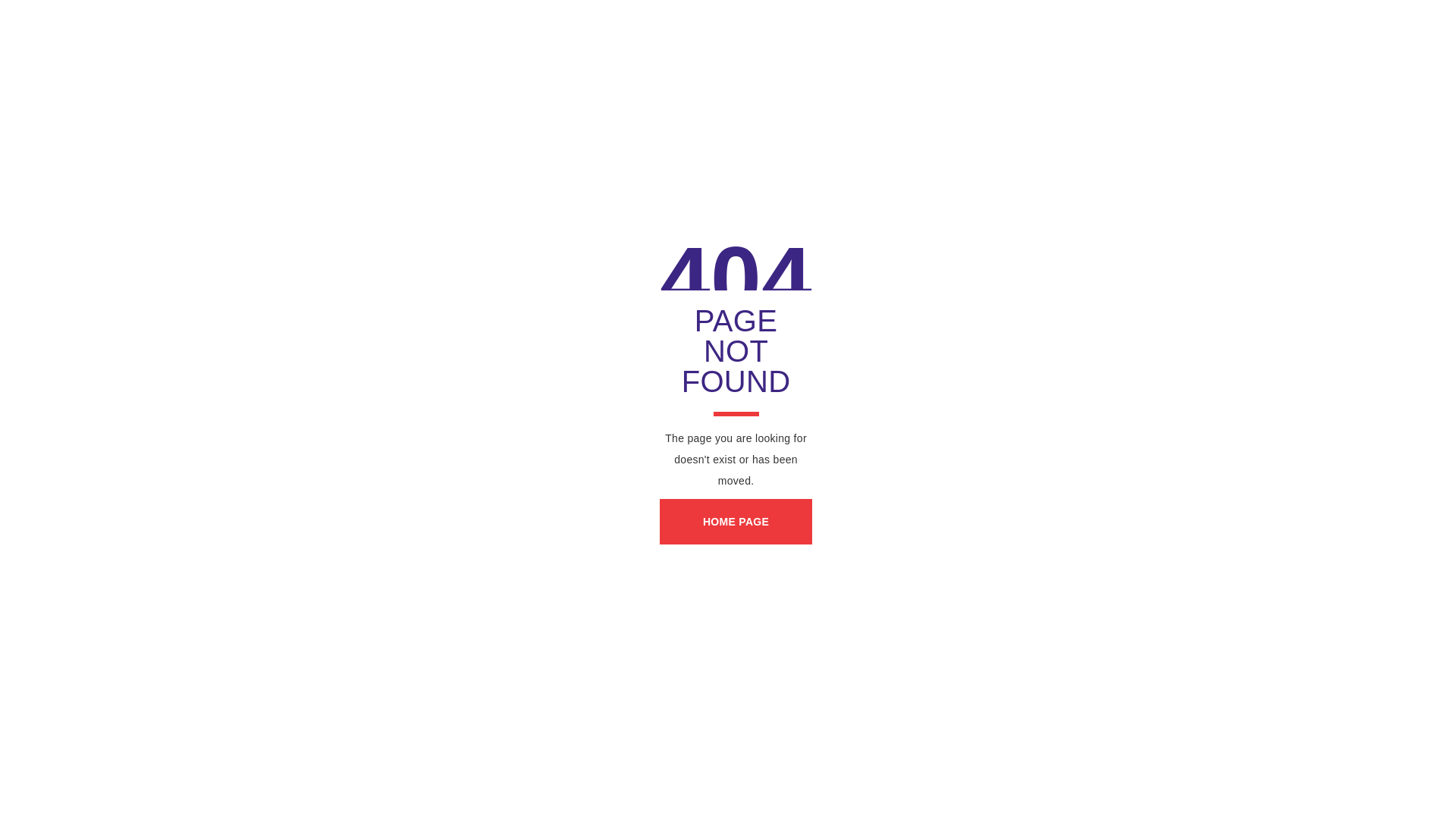  What do you see at coordinates (736, 520) in the screenshot?
I see `'HOME PAGE'` at bounding box center [736, 520].